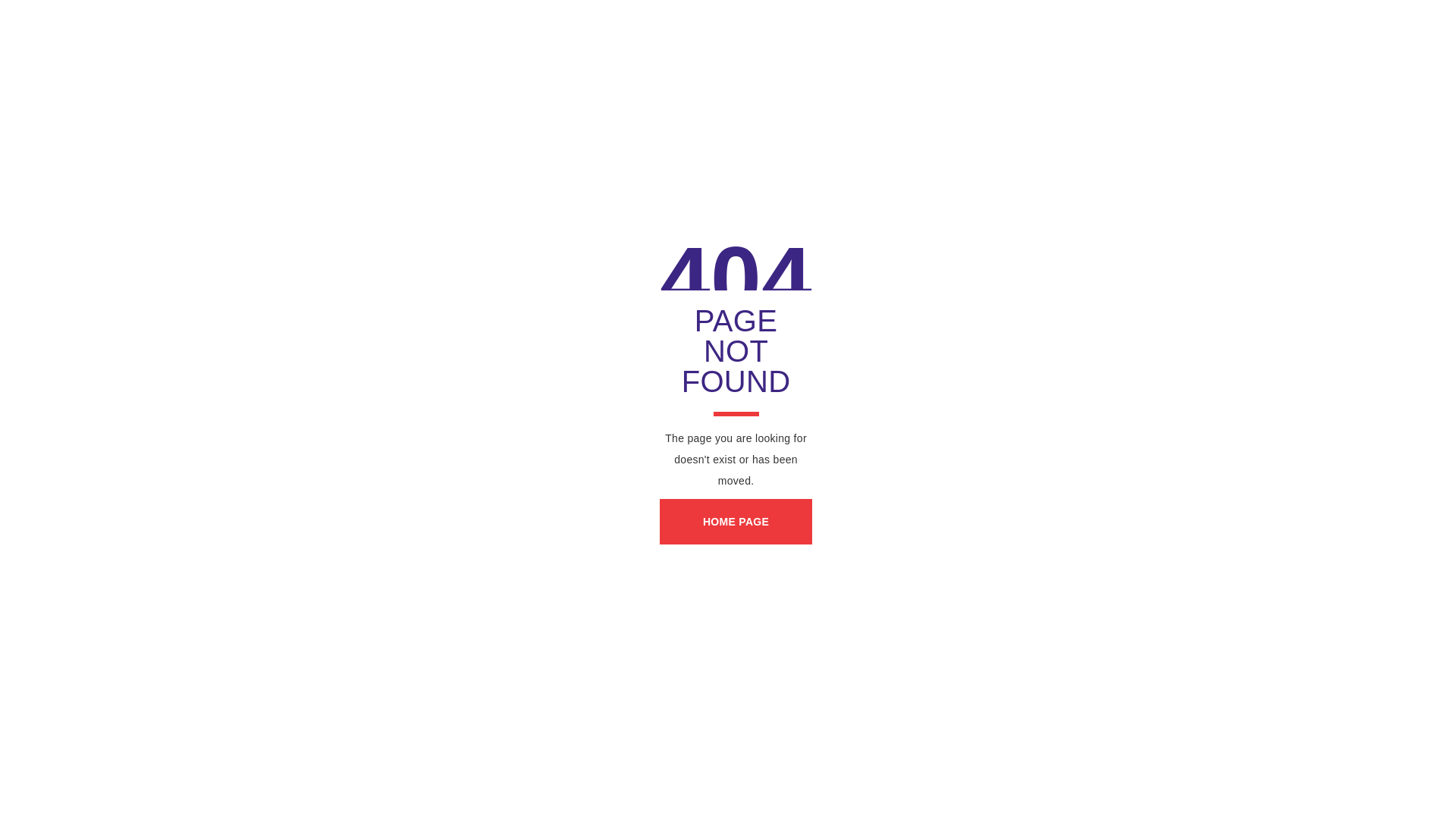  What do you see at coordinates (736, 520) in the screenshot?
I see `'HOME PAGE'` at bounding box center [736, 520].